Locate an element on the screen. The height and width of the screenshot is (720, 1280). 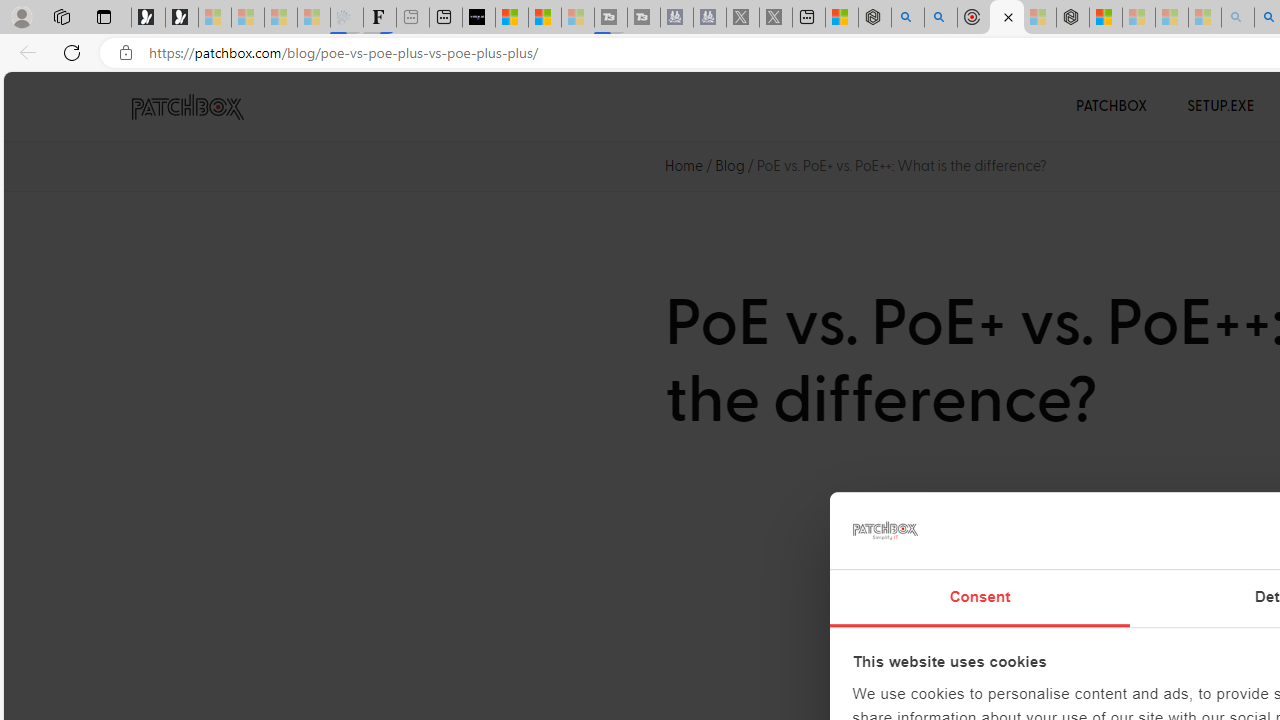
'amazon - Search - Sleeping' is located at coordinates (1237, 17).